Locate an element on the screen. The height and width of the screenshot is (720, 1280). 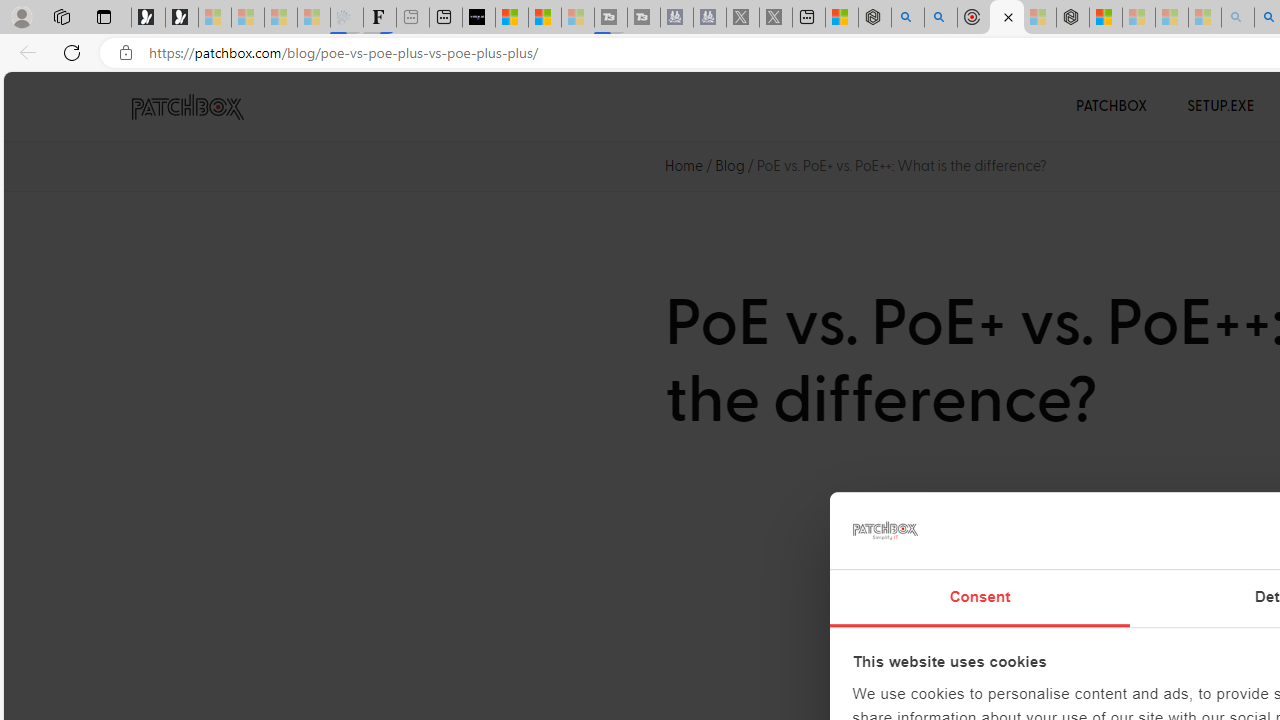
'amazon - Search - Sleeping' is located at coordinates (1237, 17).